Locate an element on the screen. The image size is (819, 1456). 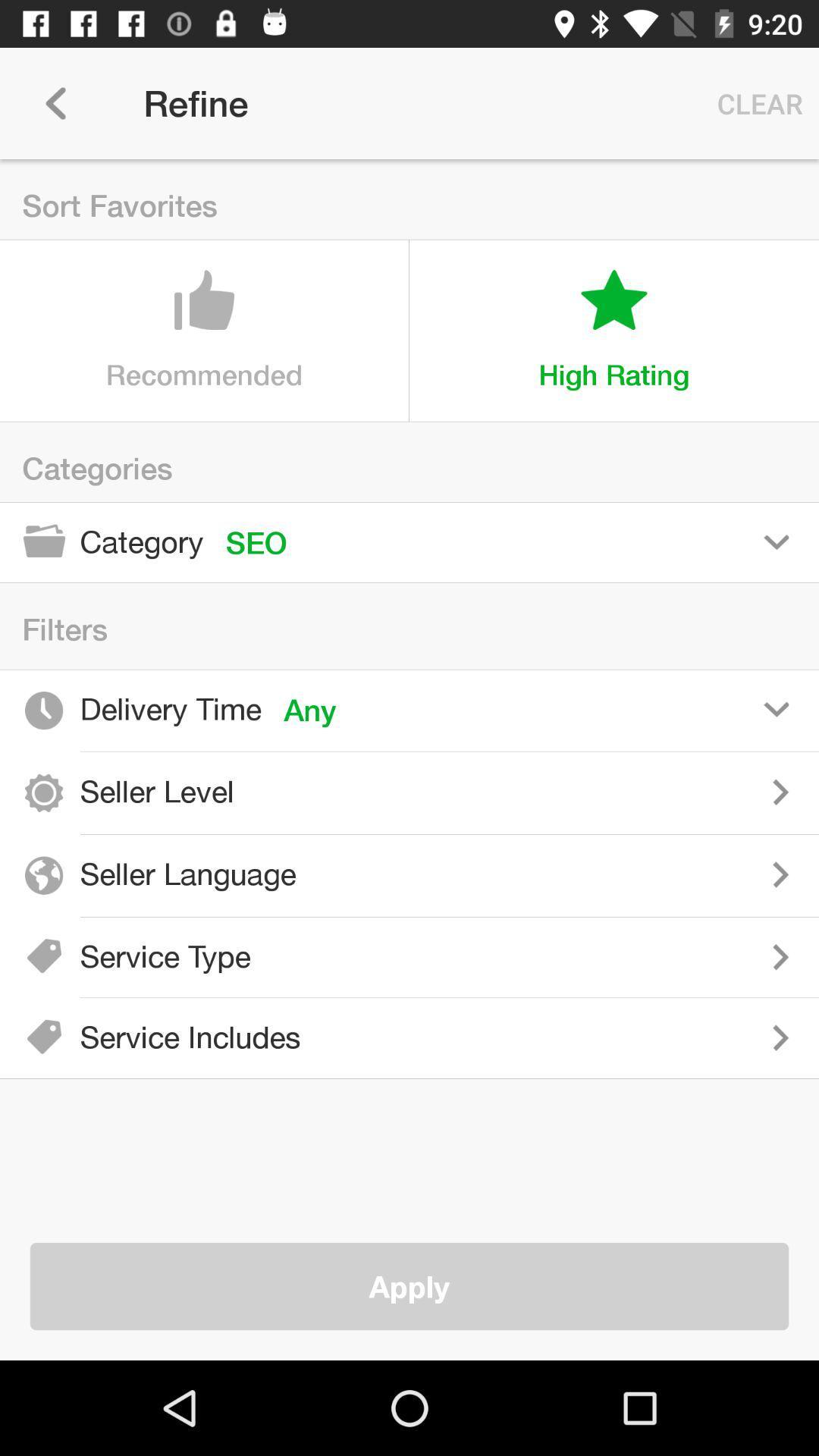
the icon to the right of refine icon is located at coordinates (756, 102).